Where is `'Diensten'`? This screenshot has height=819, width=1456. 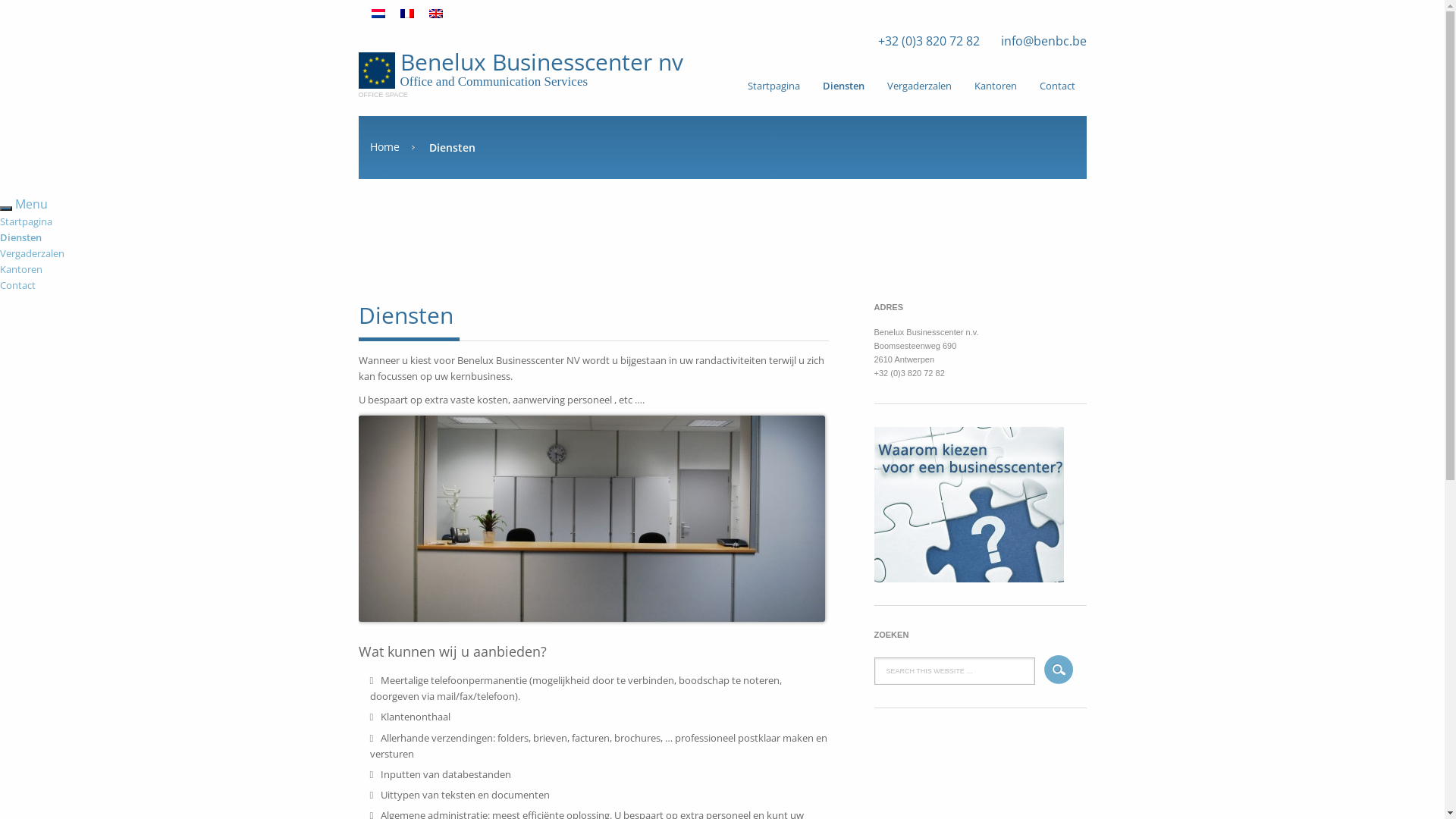
'Diensten' is located at coordinates (811, 85).